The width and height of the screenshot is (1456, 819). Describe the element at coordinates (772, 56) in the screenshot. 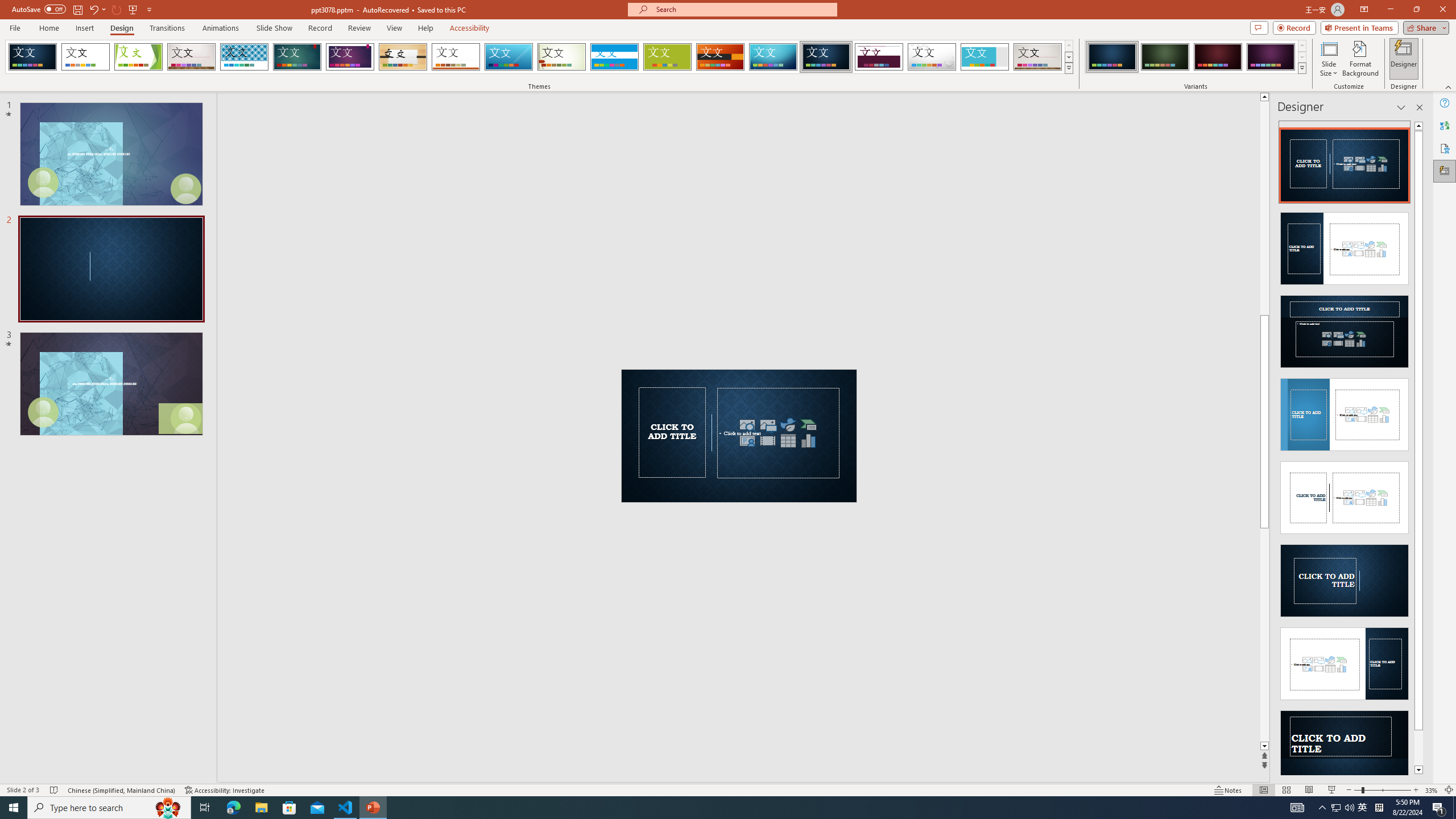

I see `'Circuit'` at that location.